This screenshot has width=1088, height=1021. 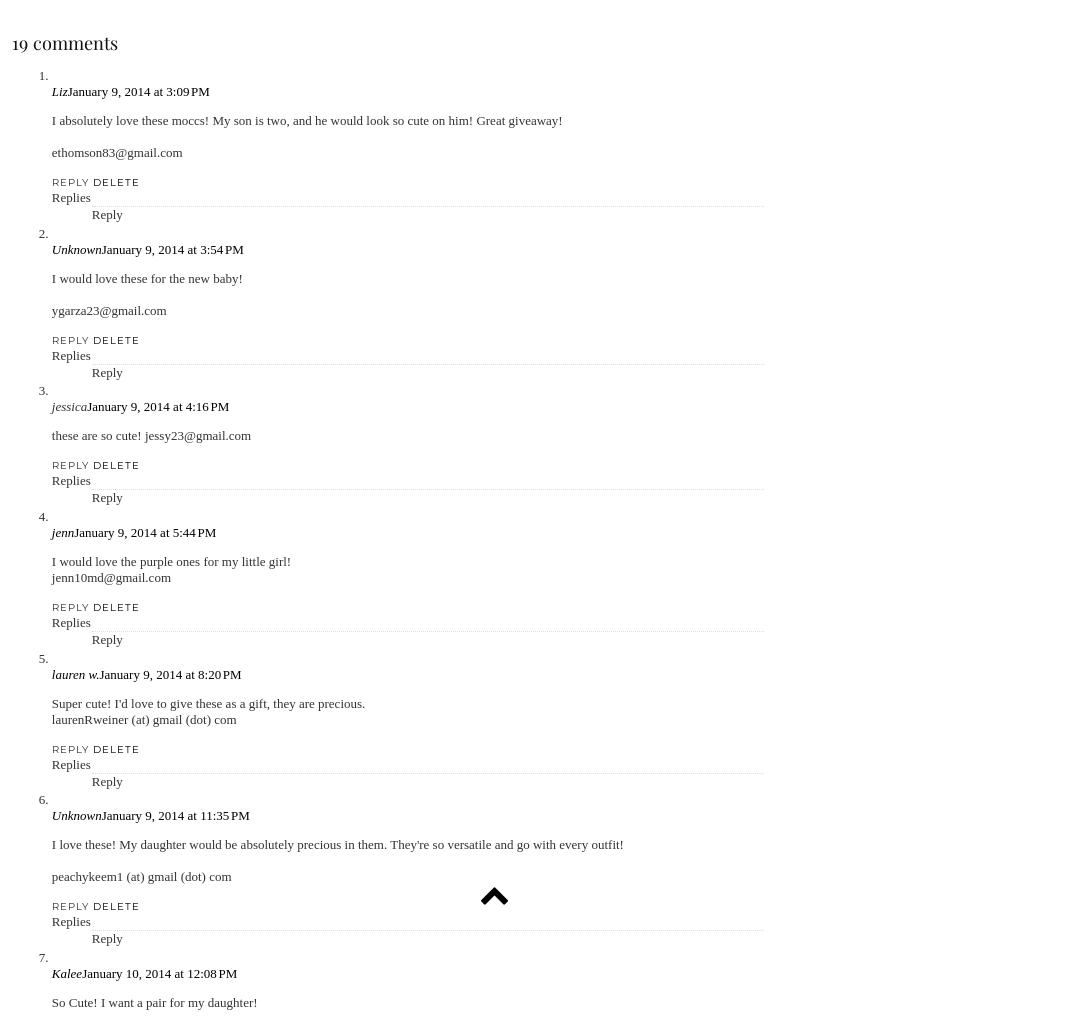 What do you see at coordinates (51, 152) in the screenshot?
I see `'ethomson83@gmail.com'` at bounding box center [51, 152].